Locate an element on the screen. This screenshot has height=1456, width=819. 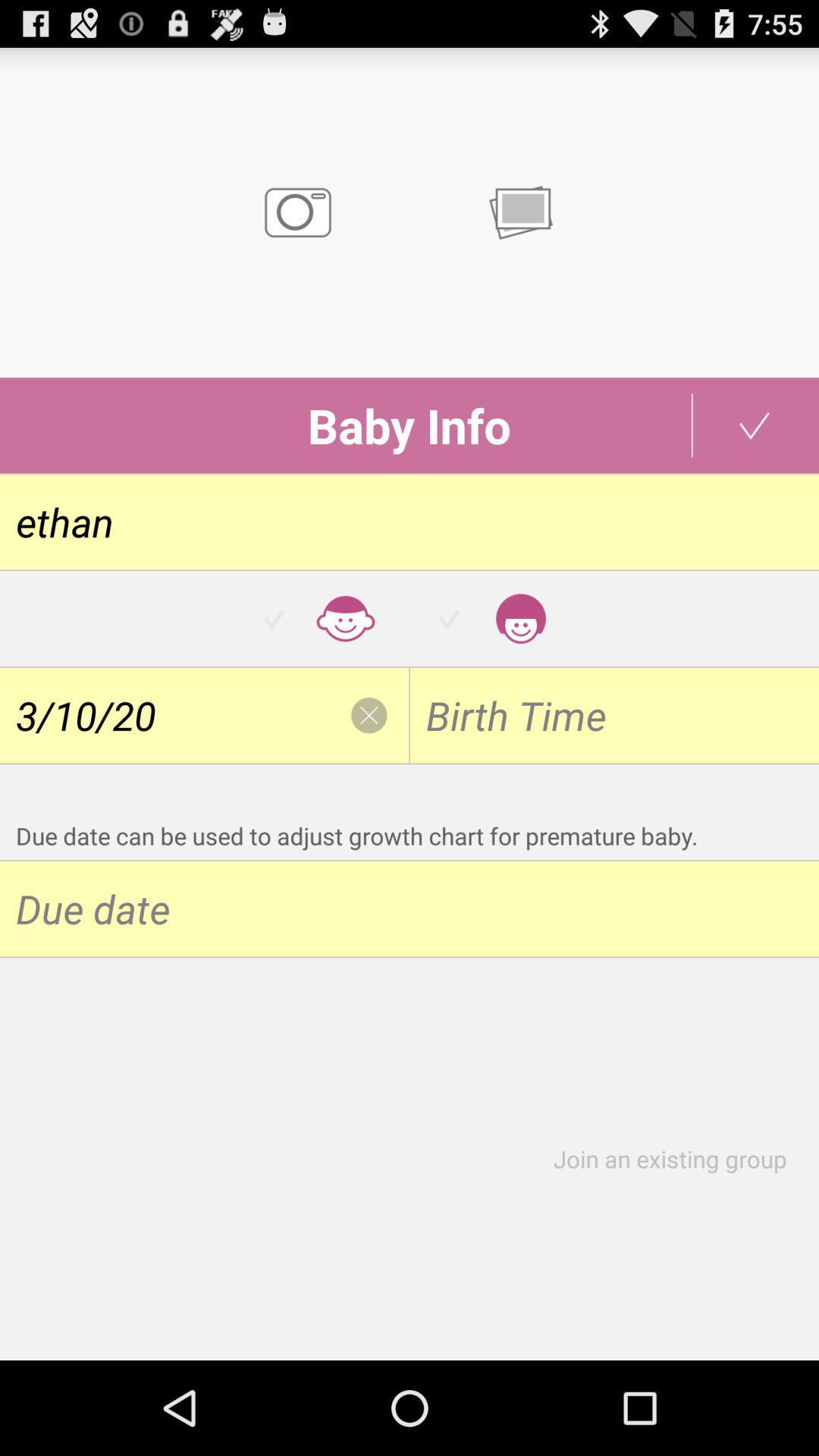
the photo icon is located at coordinates (298, 227).